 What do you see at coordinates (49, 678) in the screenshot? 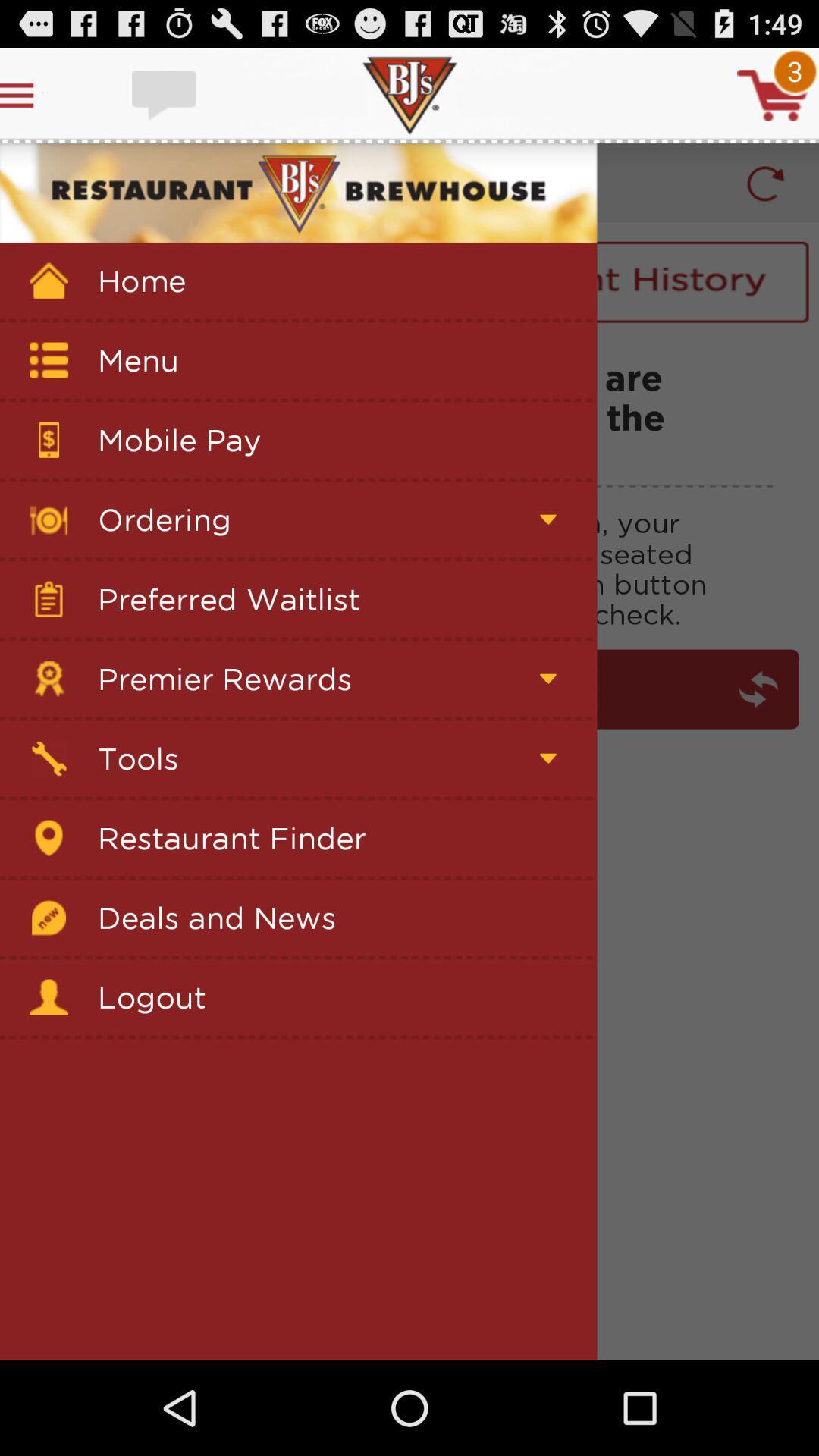
I see `rewards icon which is before premier ewards on the pae` at bounding box center [49, 678].